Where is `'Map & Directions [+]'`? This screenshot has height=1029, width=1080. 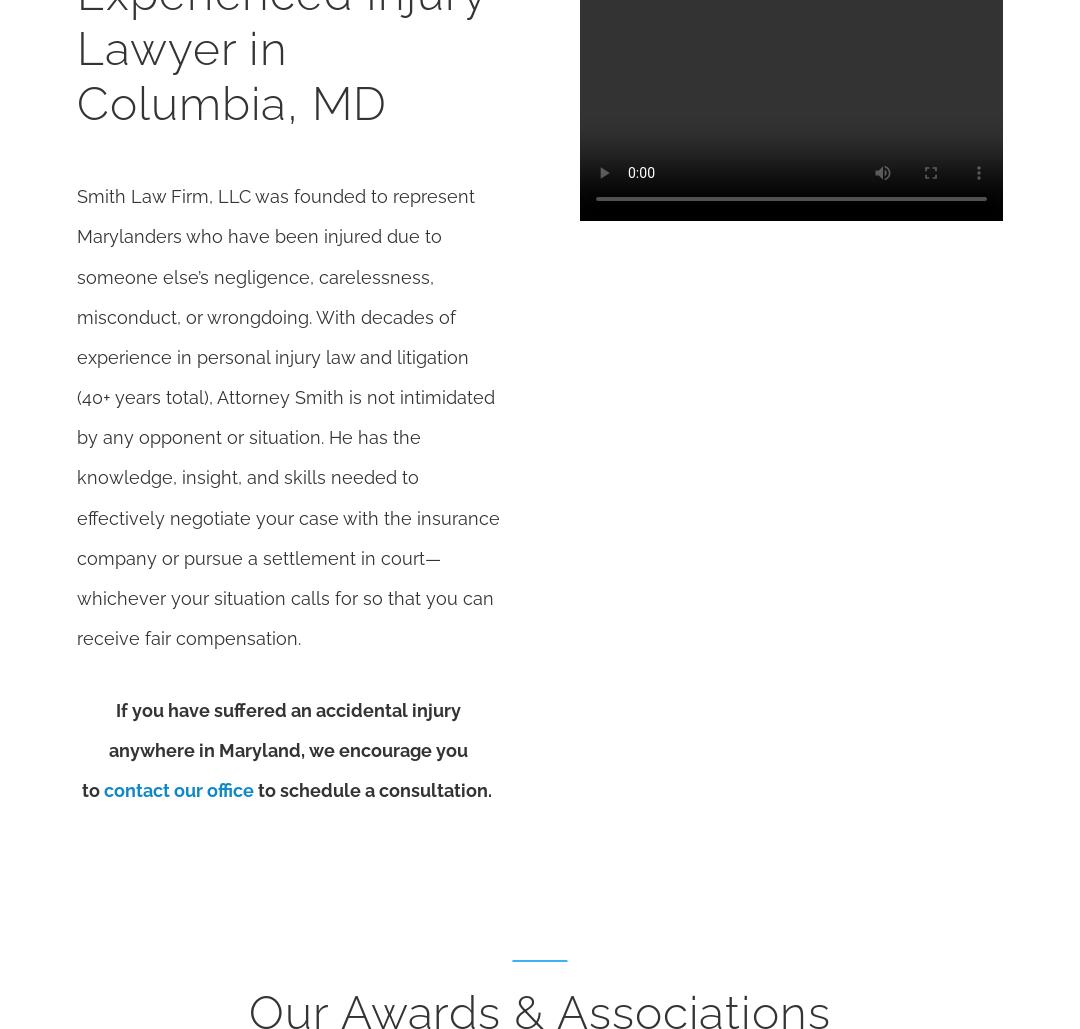
'Map & Directions [+]' is located at coordinates (768, 329).